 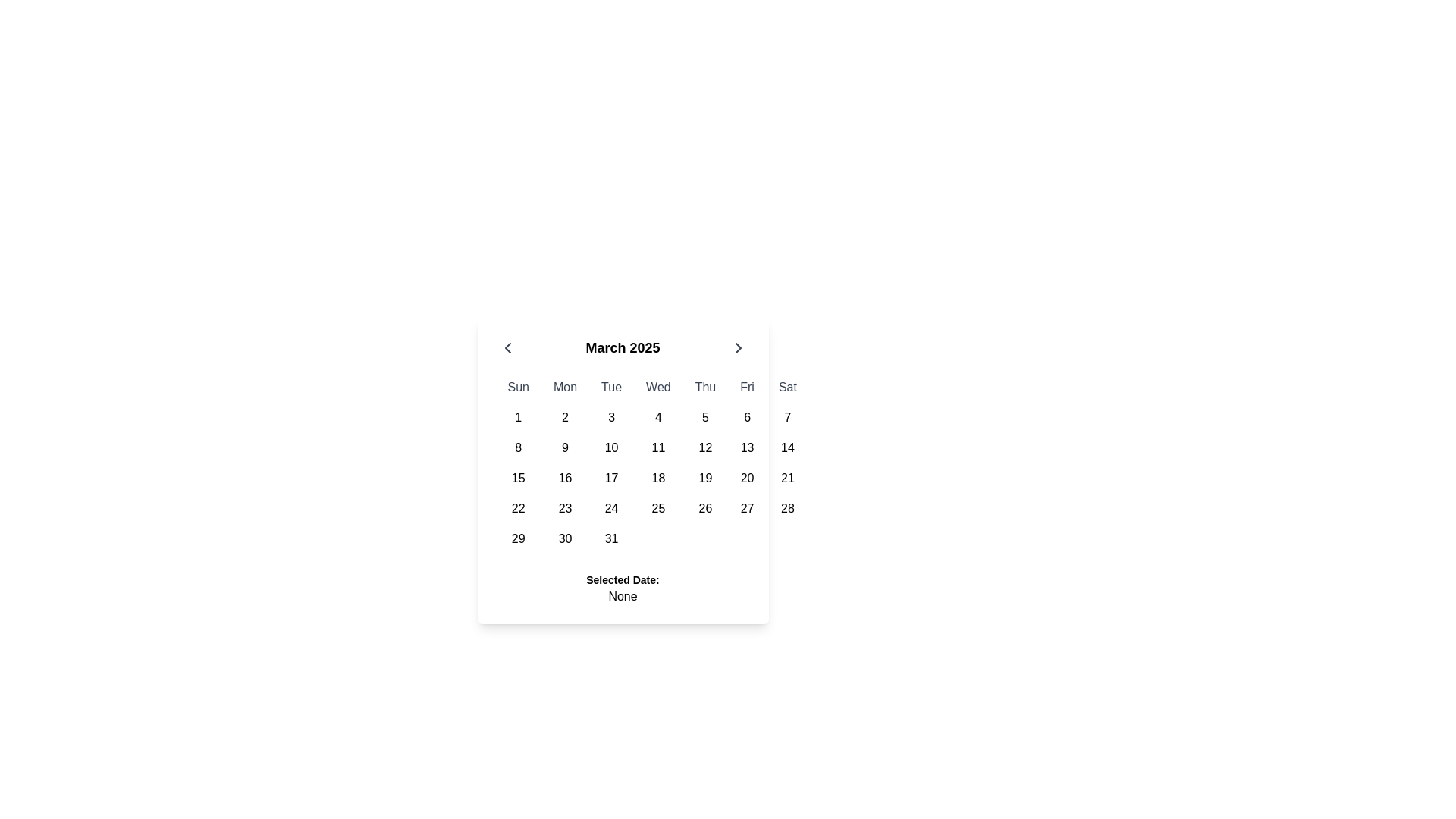 I want to click on the 'Sun' text label, which is the first item in the horizontal list of abbreviated day names at the top of the calendar widget, so click(x=518, y=386).